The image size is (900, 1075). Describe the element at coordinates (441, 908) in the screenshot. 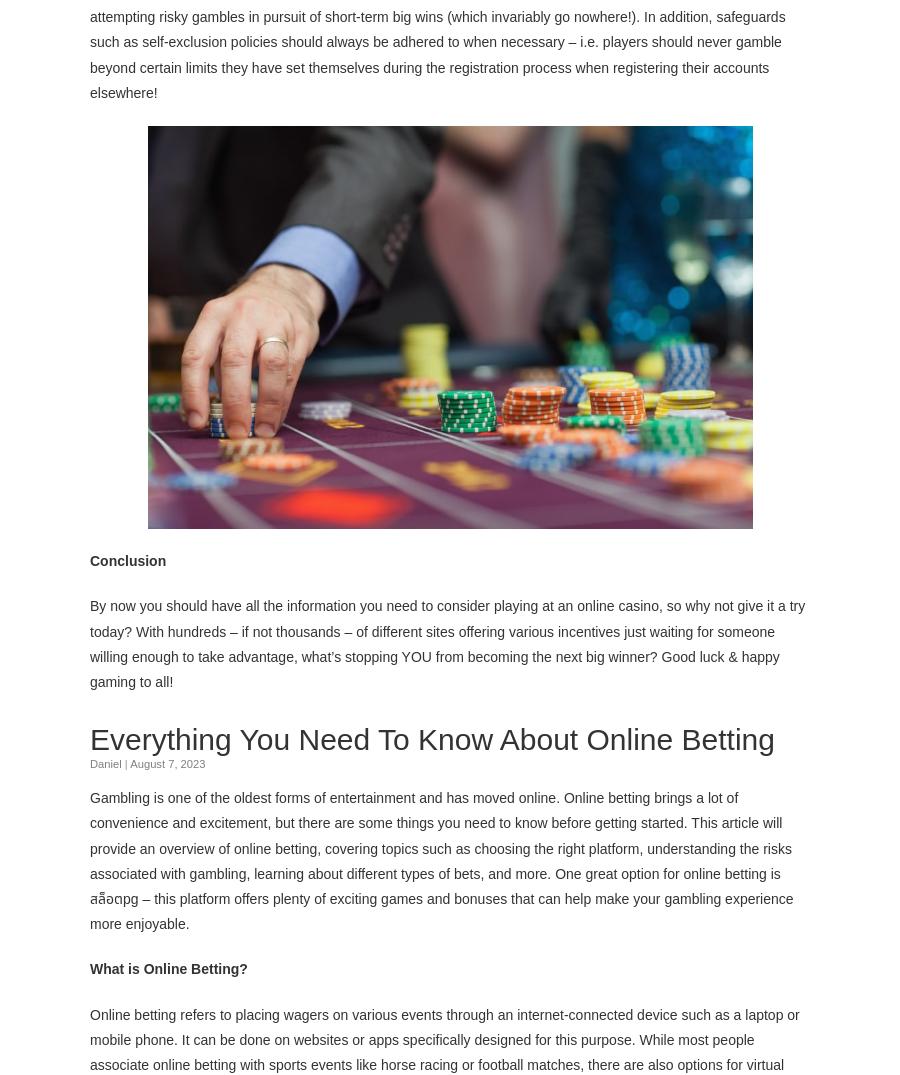

I see `'– this platform offers plenty of exciting games and bonuses that can help make your gambling experience more enjoyable.'` at that location.